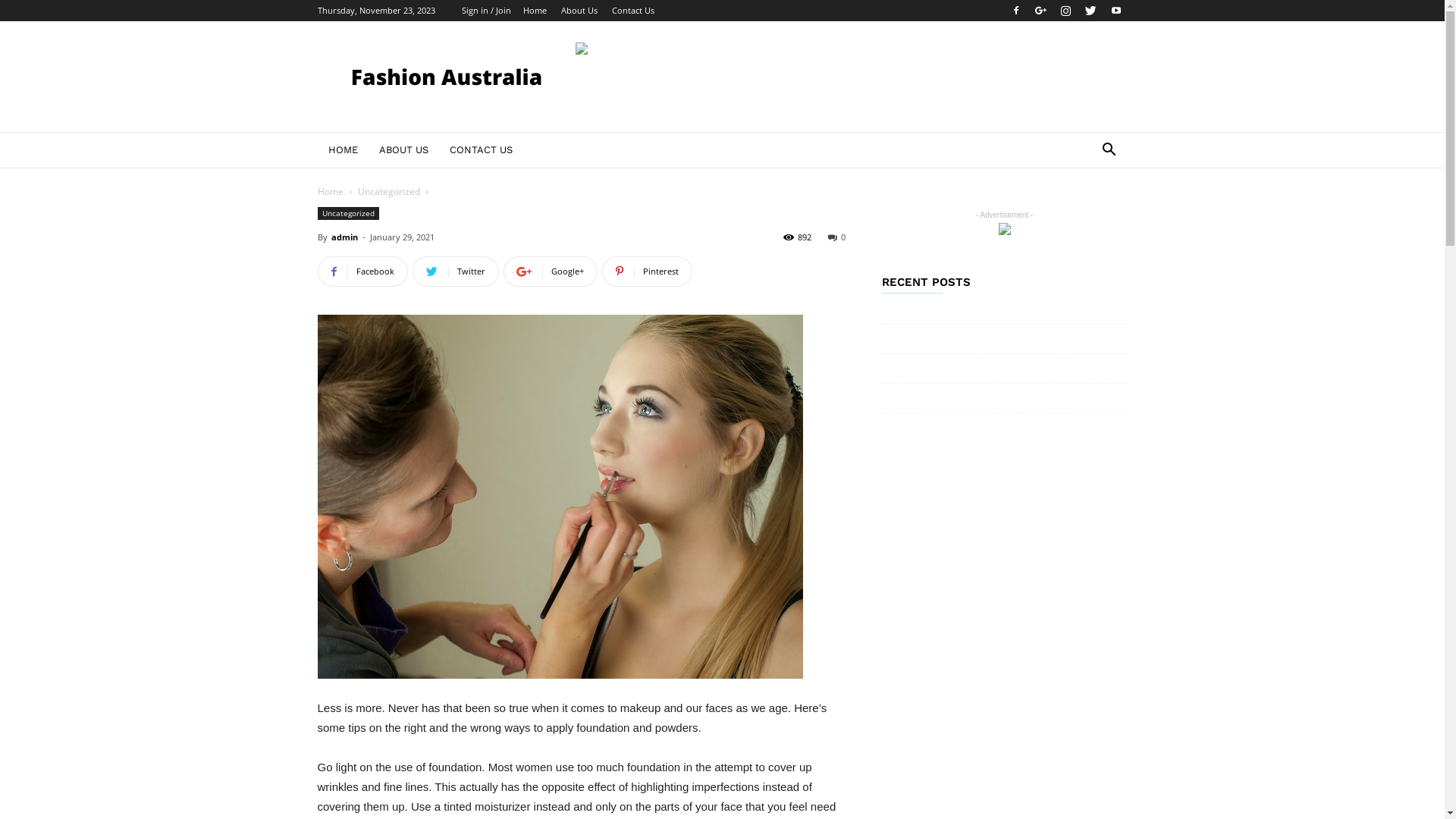 This screenshot has width=1456, height=819. What do you see at coordinates (341, 149) in the screenshot?
I see `'HOME'` at bounding box center [341, 149].